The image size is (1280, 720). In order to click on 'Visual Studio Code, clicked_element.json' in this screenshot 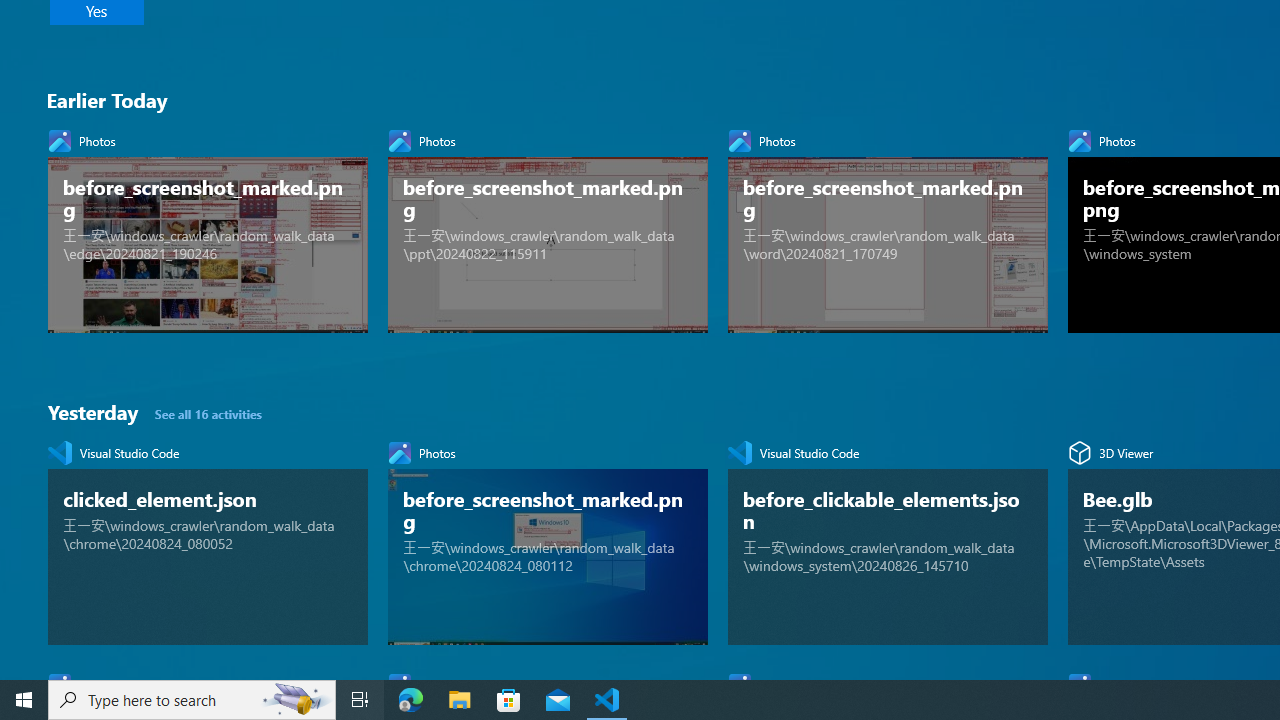, I will do `click(208, 537)`.